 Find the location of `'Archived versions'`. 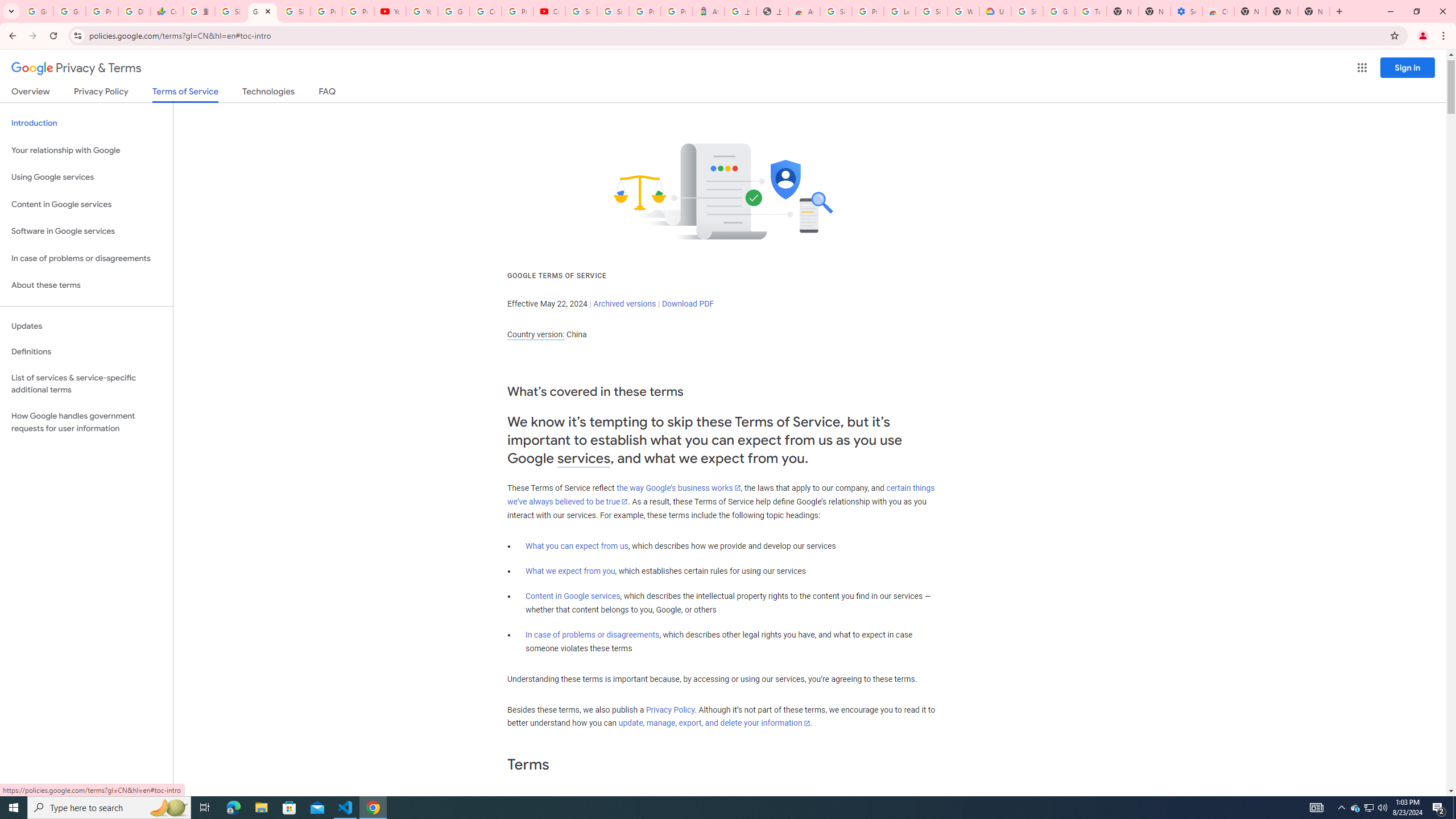

'Archived versions' is located at coordinates (624, 303).